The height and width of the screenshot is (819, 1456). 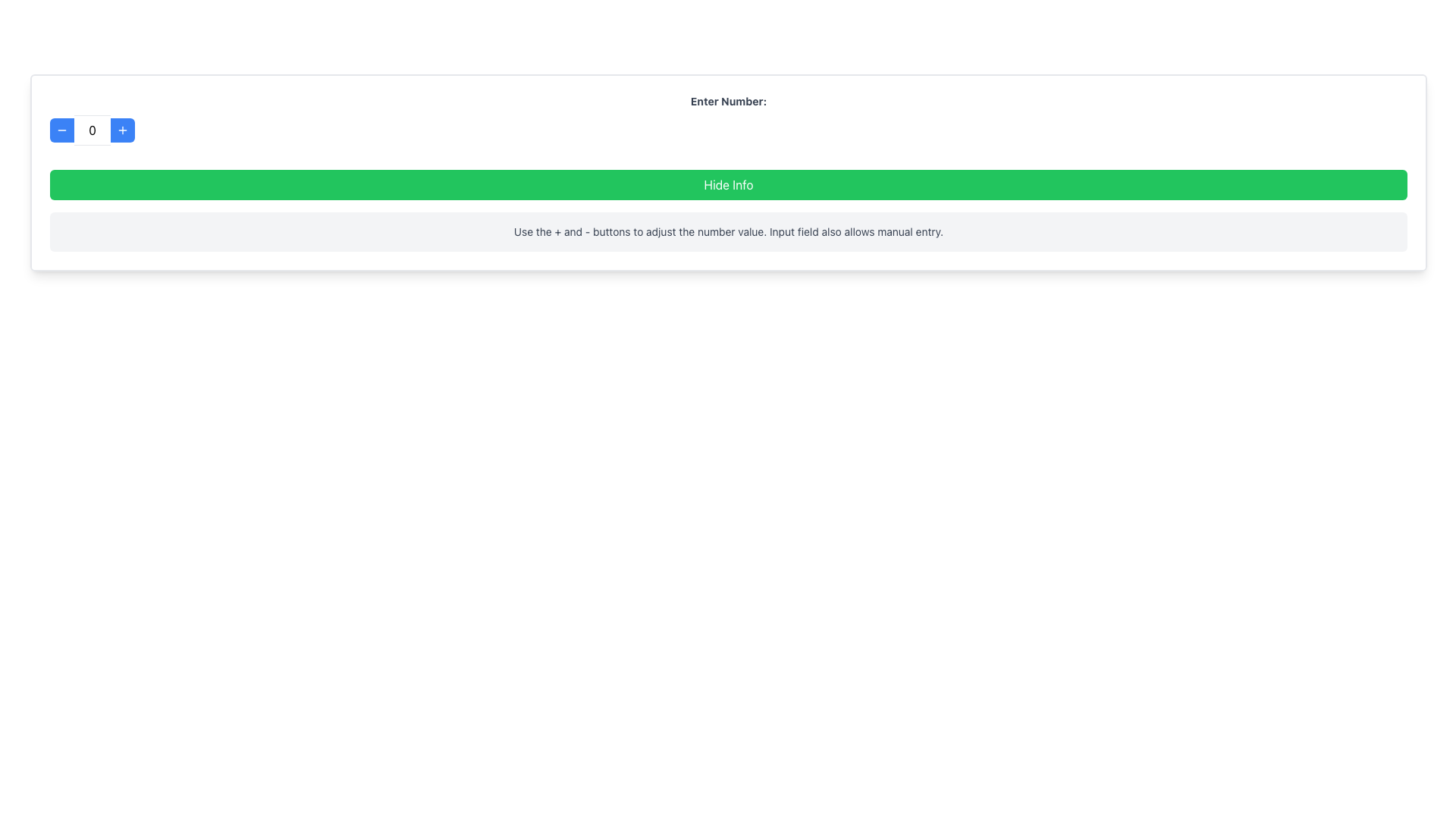 I want to click on displayed instructions from the informational text located below the green 'Hide Info' button, so click(x=728, y=231).